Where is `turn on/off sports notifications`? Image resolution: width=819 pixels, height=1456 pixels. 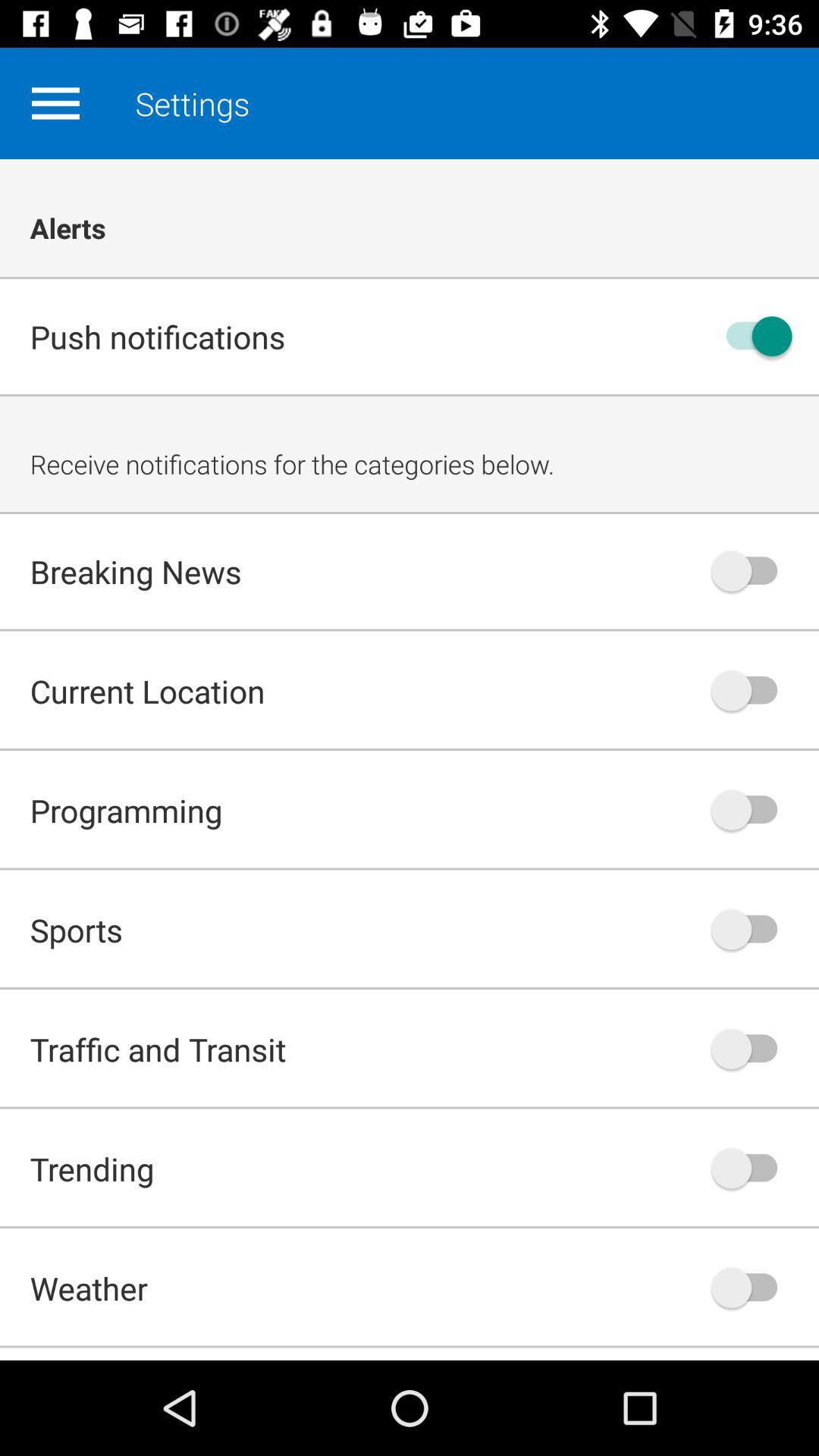
turn on/off sports notifications is located at coordinates (752, 928).